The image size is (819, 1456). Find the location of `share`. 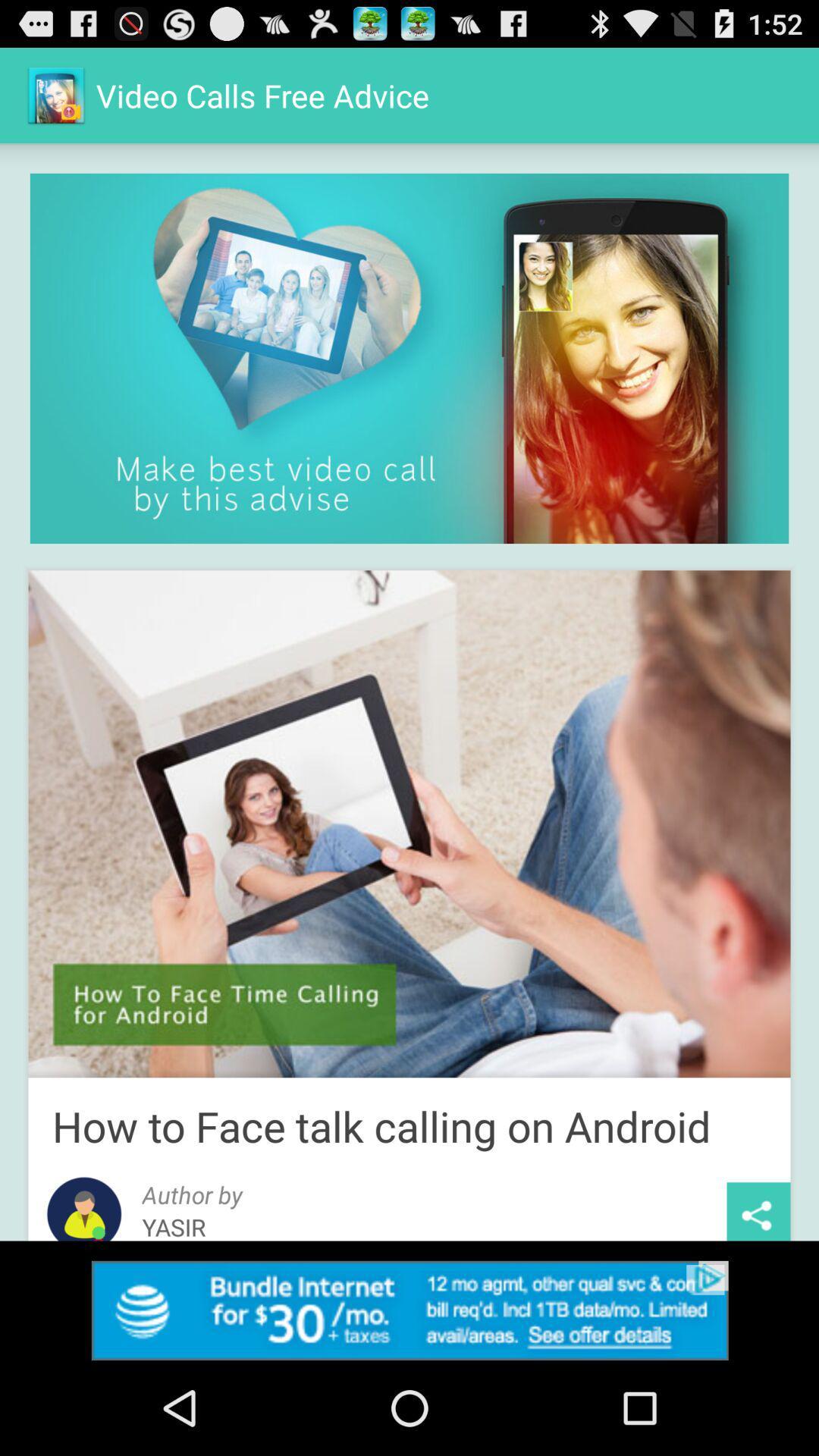

share is located at coordinates (758, 1210).